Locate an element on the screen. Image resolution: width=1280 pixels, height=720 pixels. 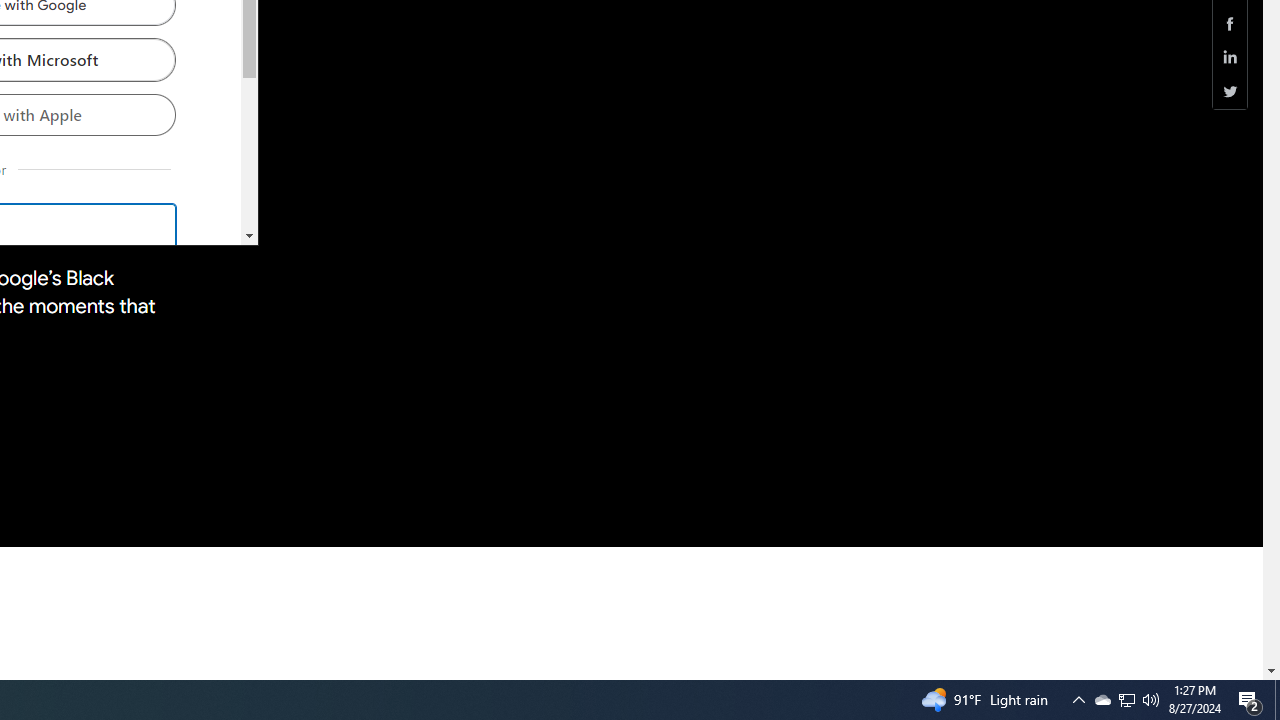
'Q2790: 100%' is located at coordinates (1151, 698).